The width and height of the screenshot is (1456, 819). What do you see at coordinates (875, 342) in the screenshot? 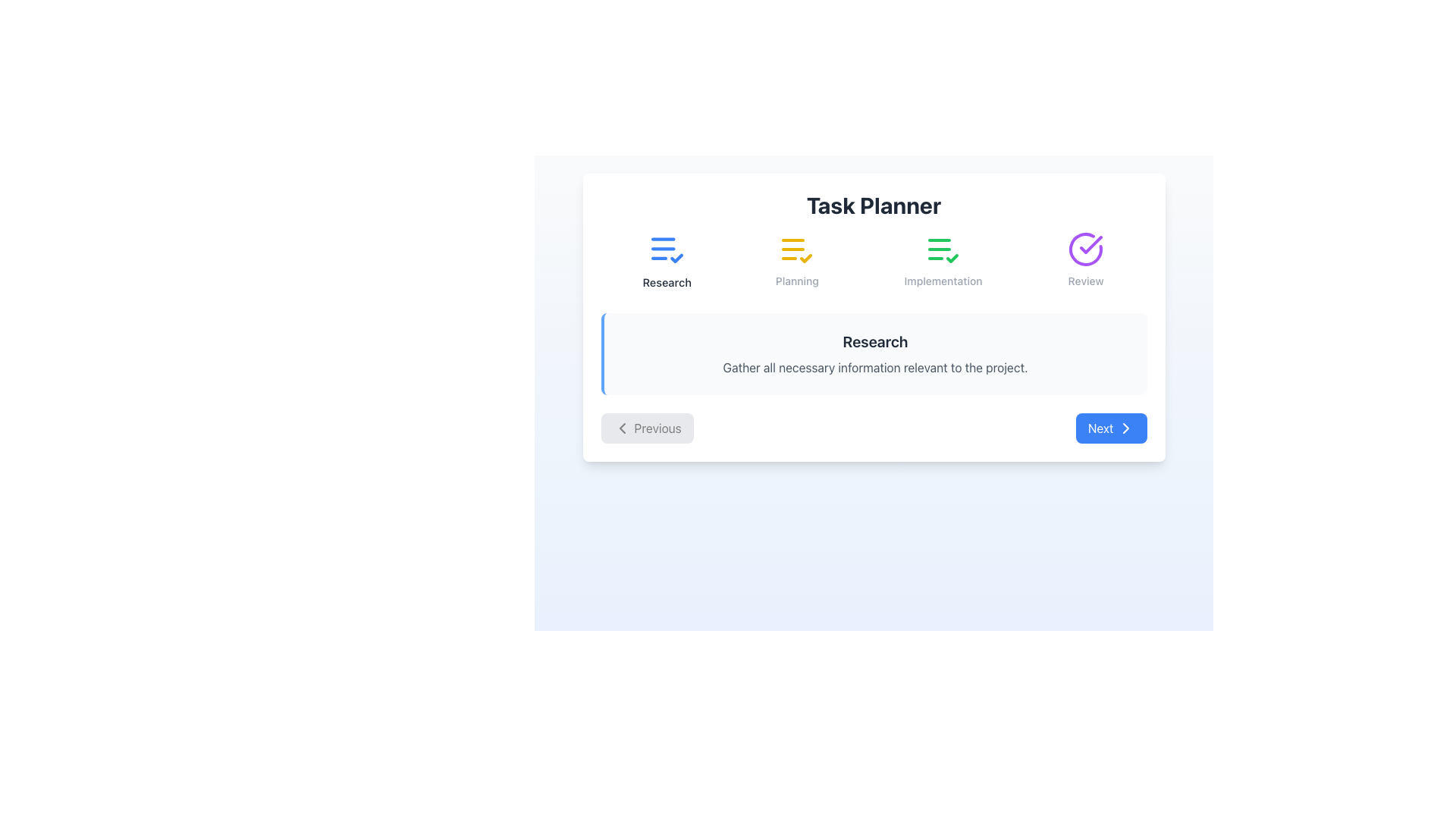
I see `the Header text element that serves as a title for the descriptive text below it, located in a bordered box with a light gray background and a blue accent left border, positioned centrally above the descriptive text` at bounding box center [875, 342].